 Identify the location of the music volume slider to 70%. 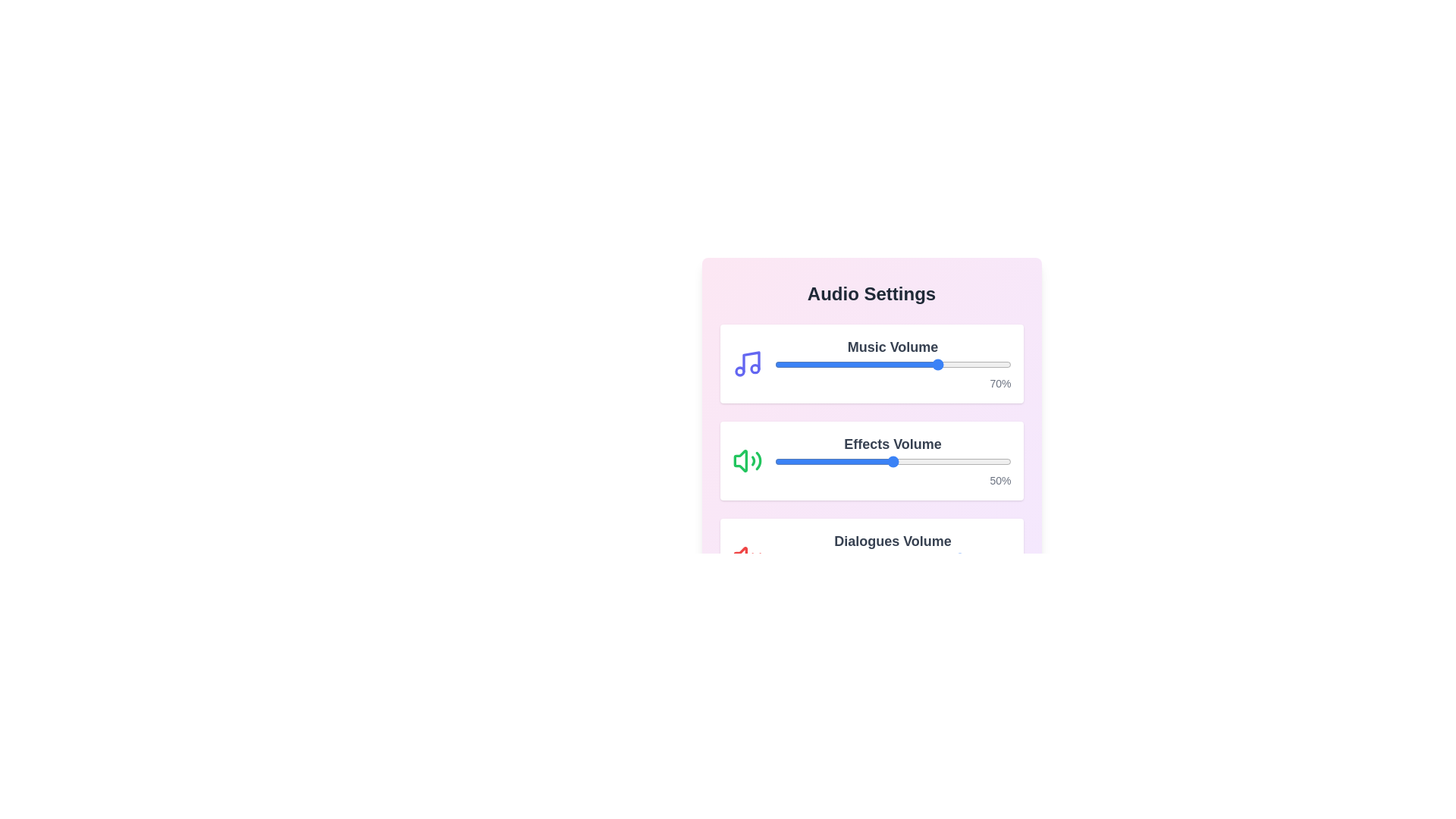
(939, 365).